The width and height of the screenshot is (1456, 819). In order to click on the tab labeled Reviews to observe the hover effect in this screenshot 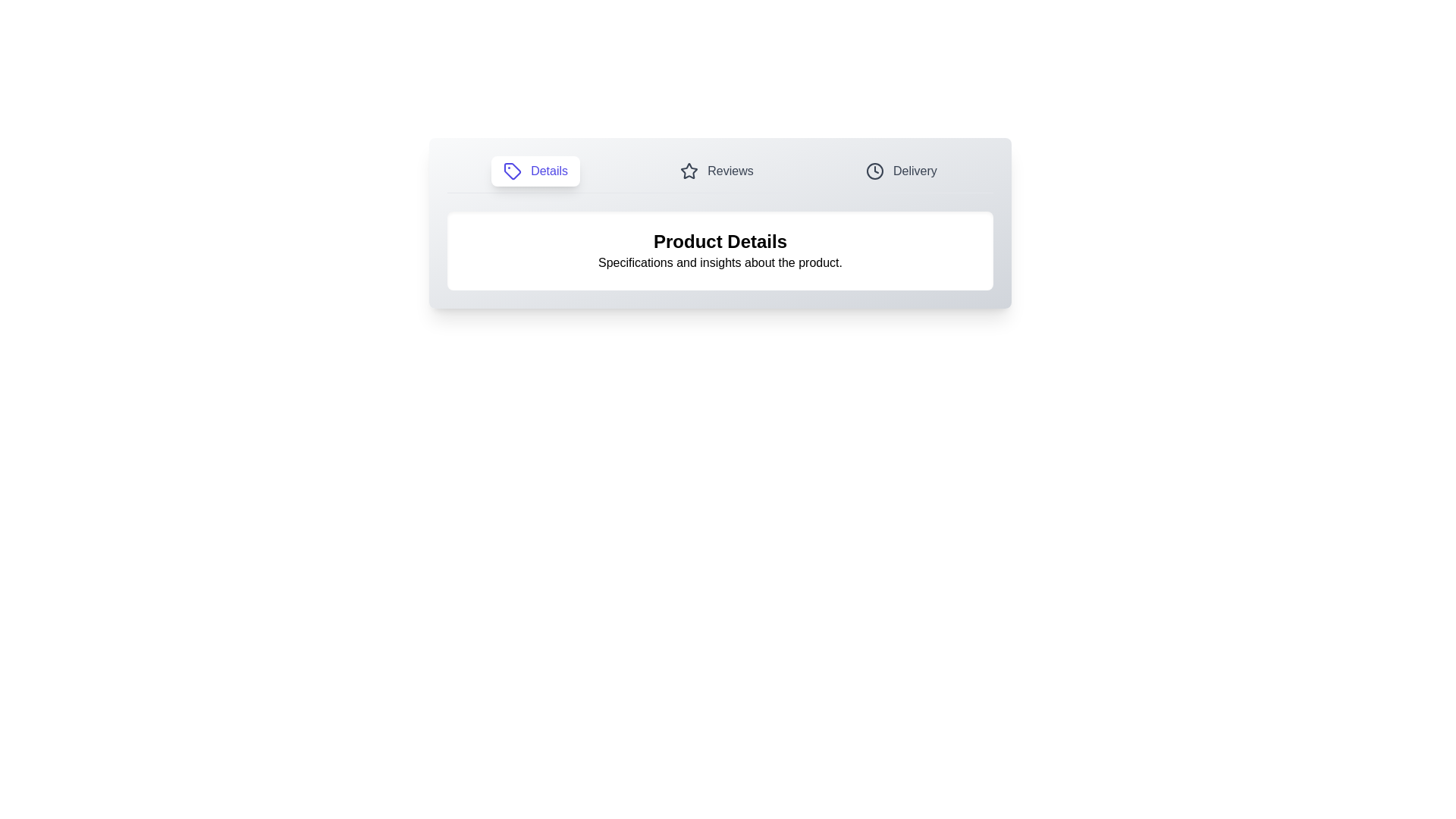, I will do `click(716, 171)`.